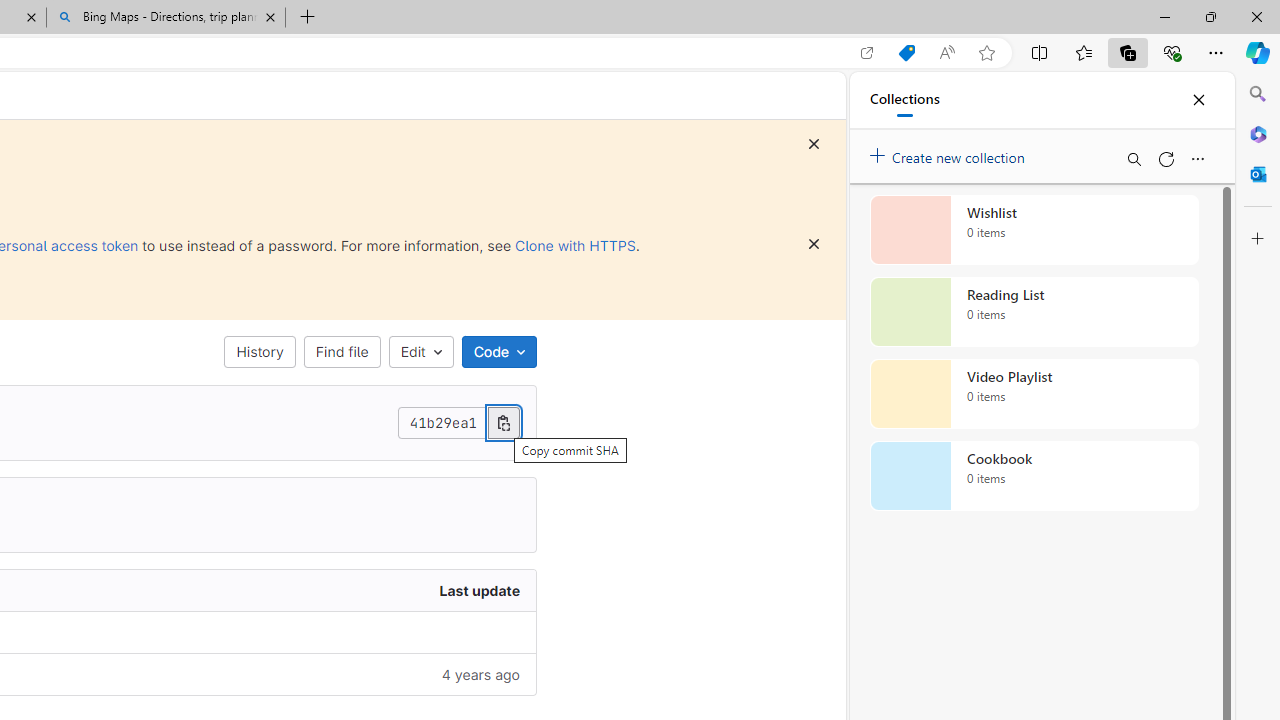 This screenshot has width=1280, height=720. What do you see at coordinates (867, 52) in the screenshot?
I see `'Open in app'` at bounding box center [867, 52].